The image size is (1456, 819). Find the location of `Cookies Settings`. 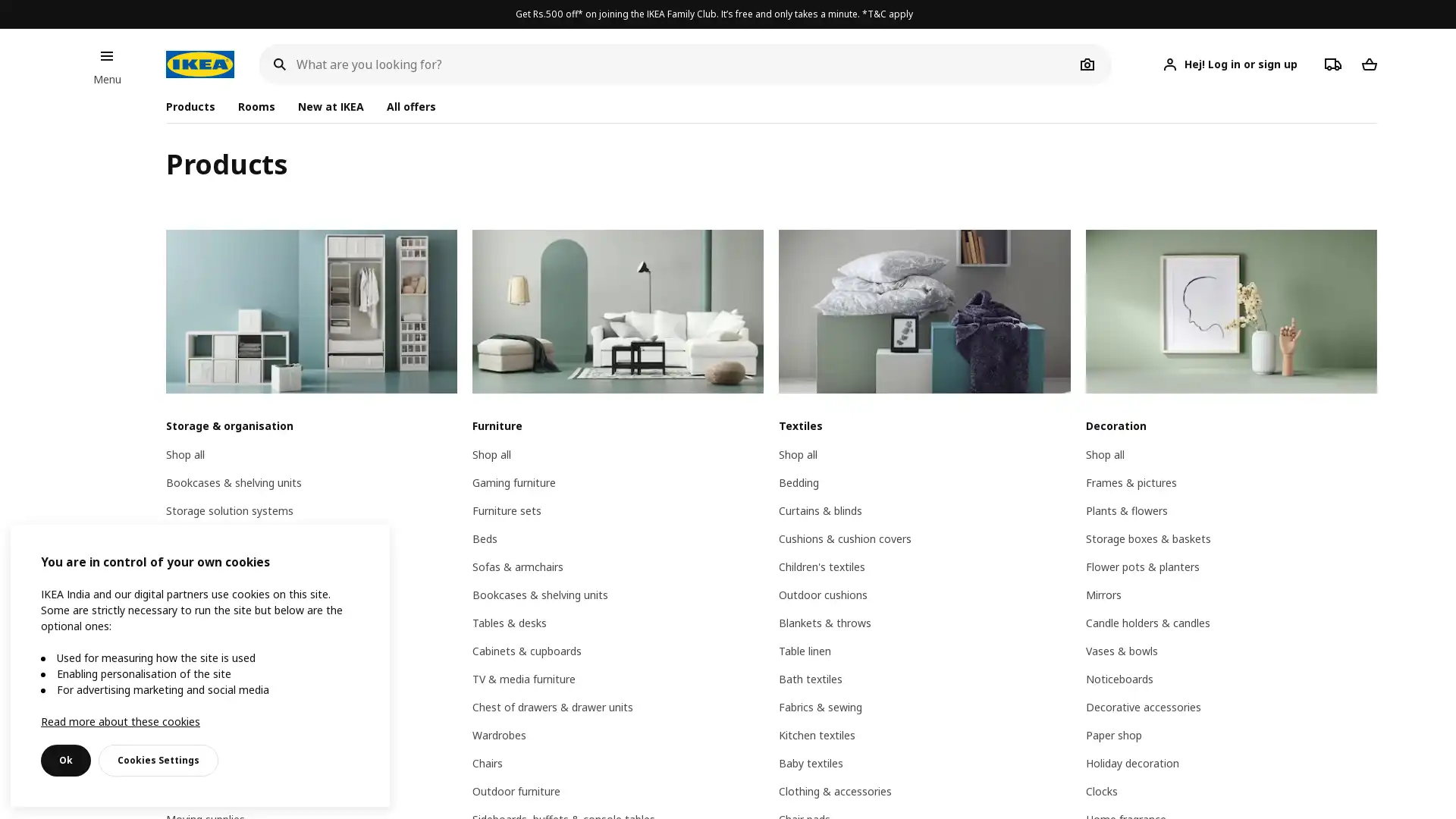

Cookies Settings is located at coordinates (158, 760).